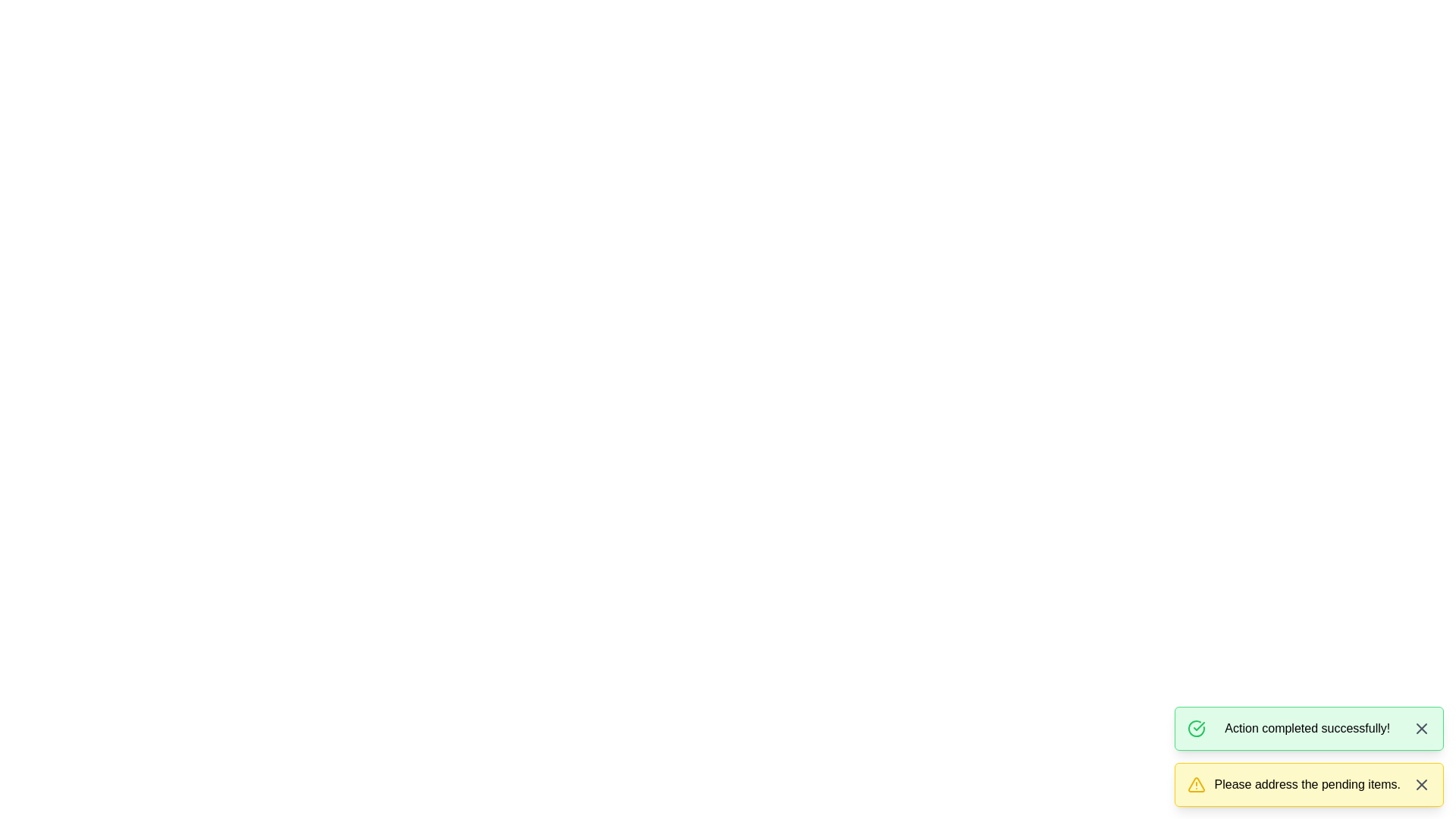 The image size is (1456, 819). I want to click on close button of the message with text 'Action completed successfully!', so click(1421, 727).